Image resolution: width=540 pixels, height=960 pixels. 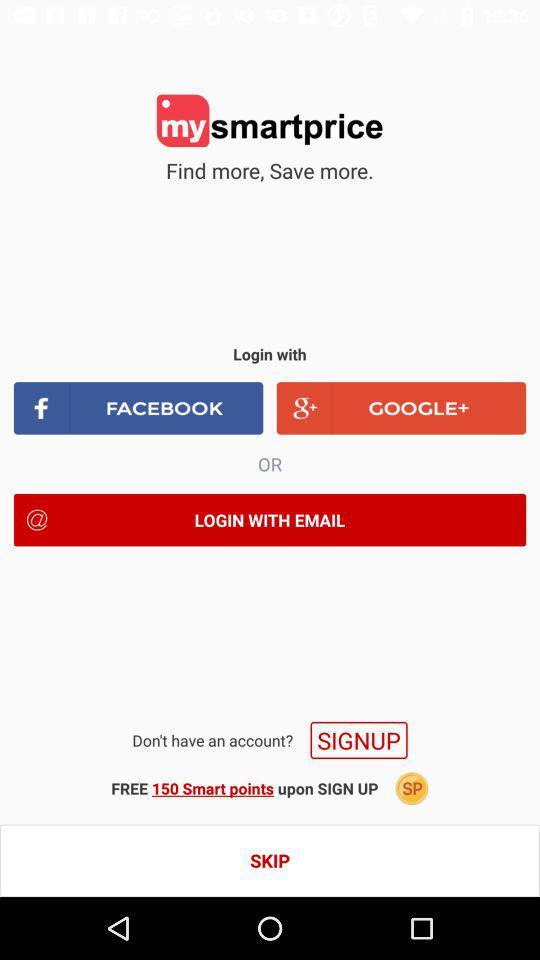 What do you see at coordinates (411, 788) in the screenshot?
I see `the icon above skip icon` at bounding box center [411, 788].